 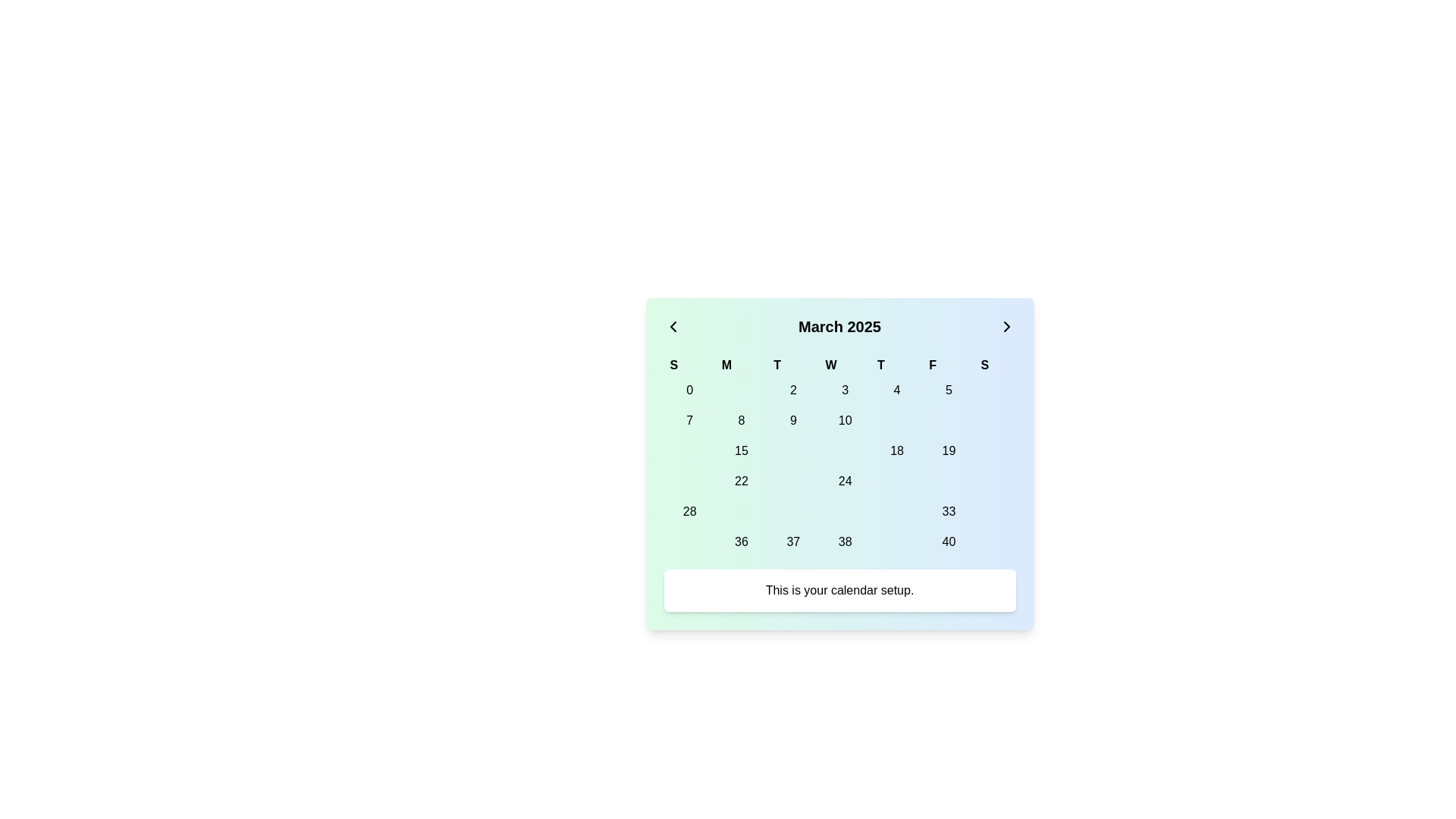 I want to click on the fourth Text label representing a specific day in the calendar view, located between the numbers 37 and 40, so click(x=844, y=541).